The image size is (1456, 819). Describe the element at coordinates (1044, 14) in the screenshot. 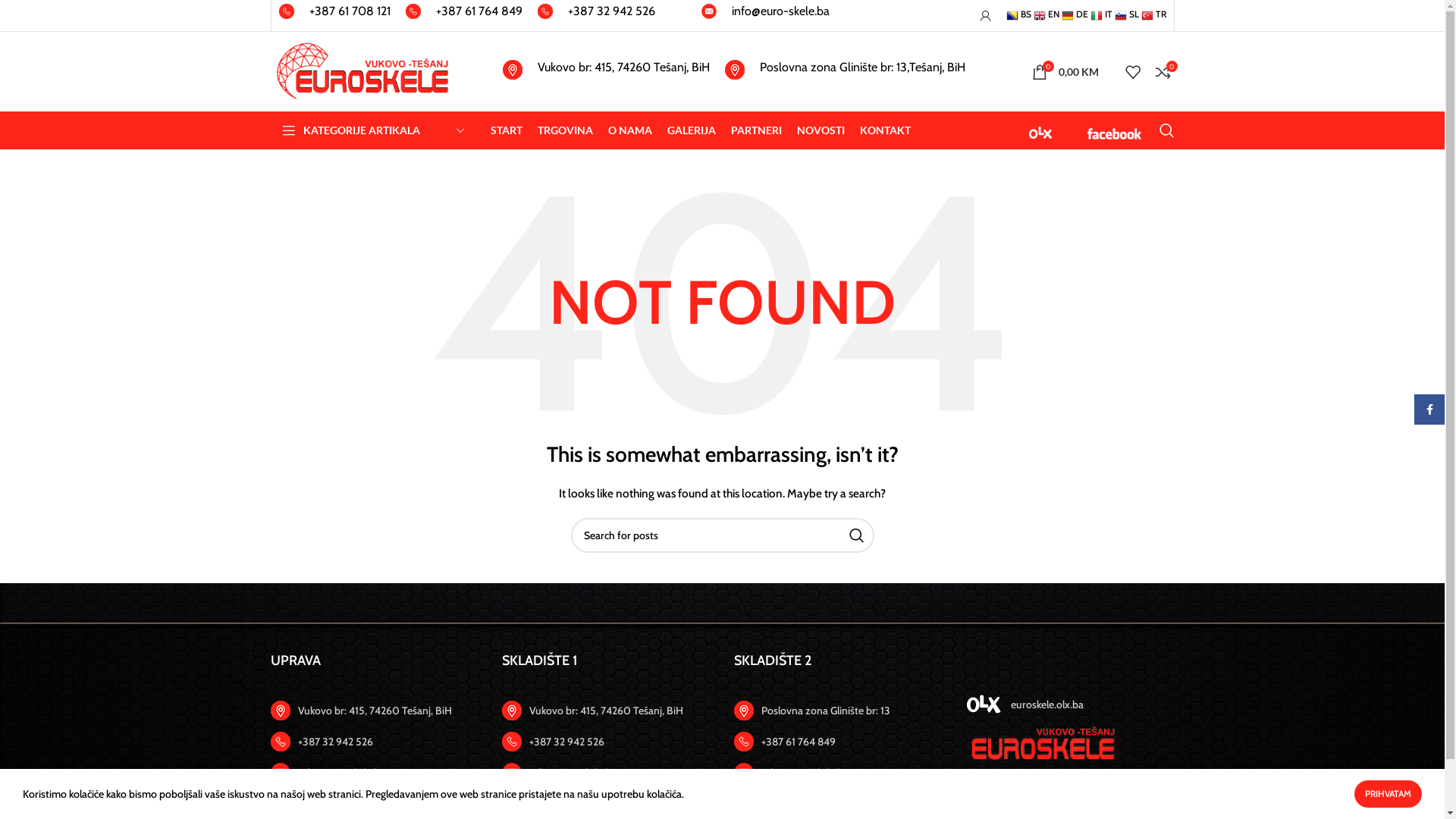

I see `'EN'` at that location.